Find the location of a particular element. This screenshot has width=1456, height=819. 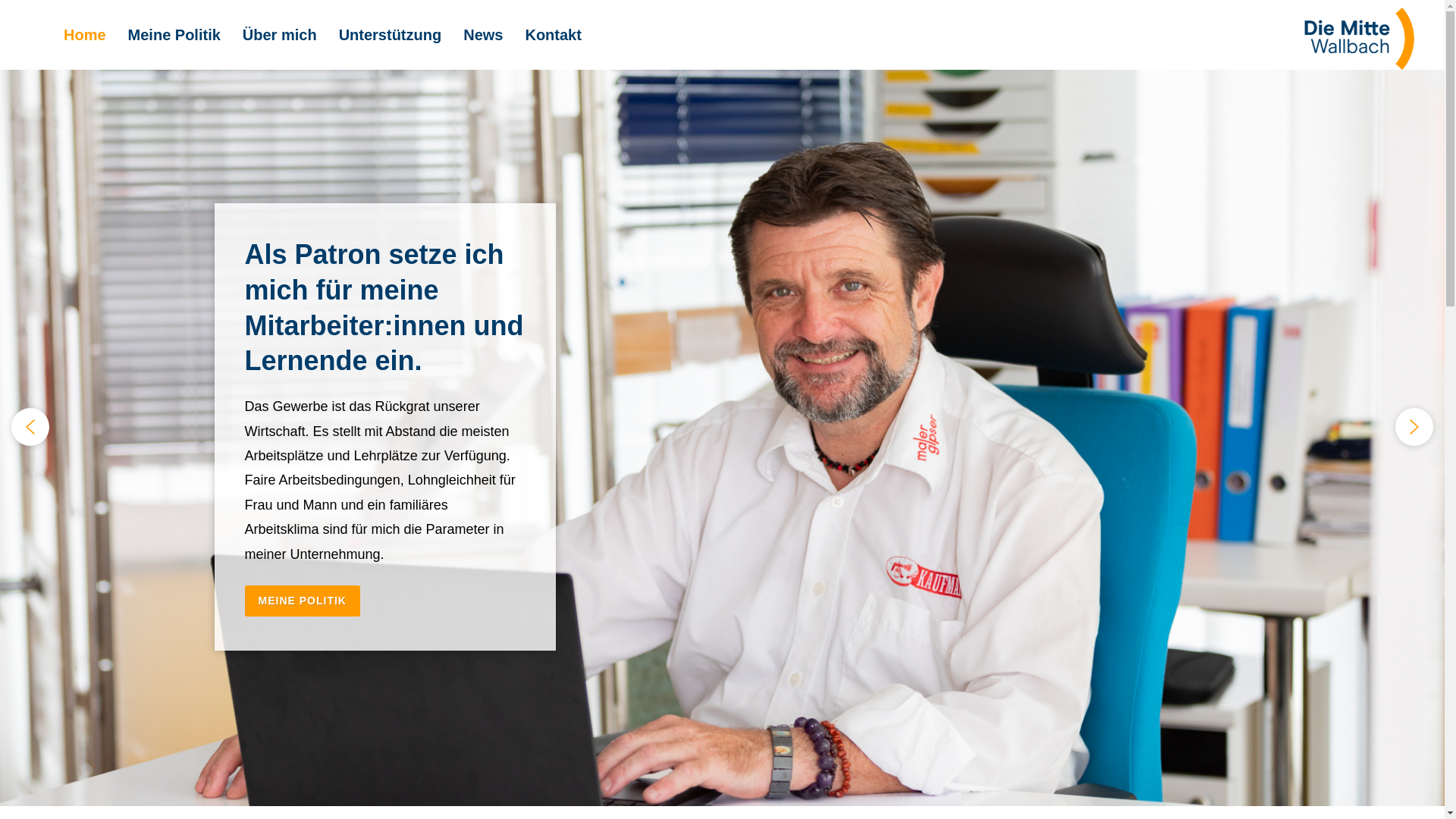

'MEINE POLITIK' is located at coordinates (302, 600).